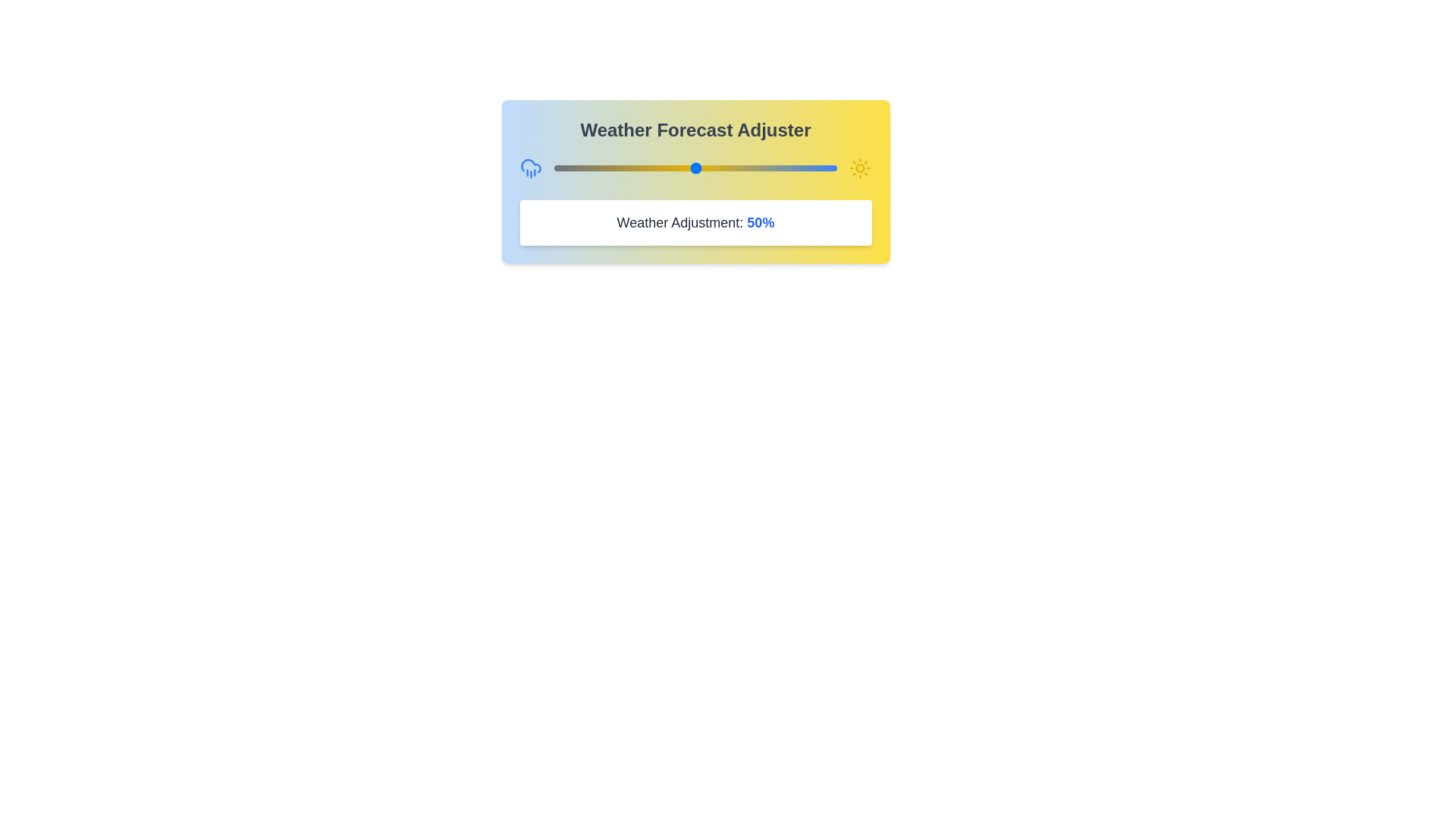 The image size is (1456, 819). What do you see at coordinates (752, 168) in the screenshot?
I see `the weather slider to 70%` at bounding box center [752, 168].